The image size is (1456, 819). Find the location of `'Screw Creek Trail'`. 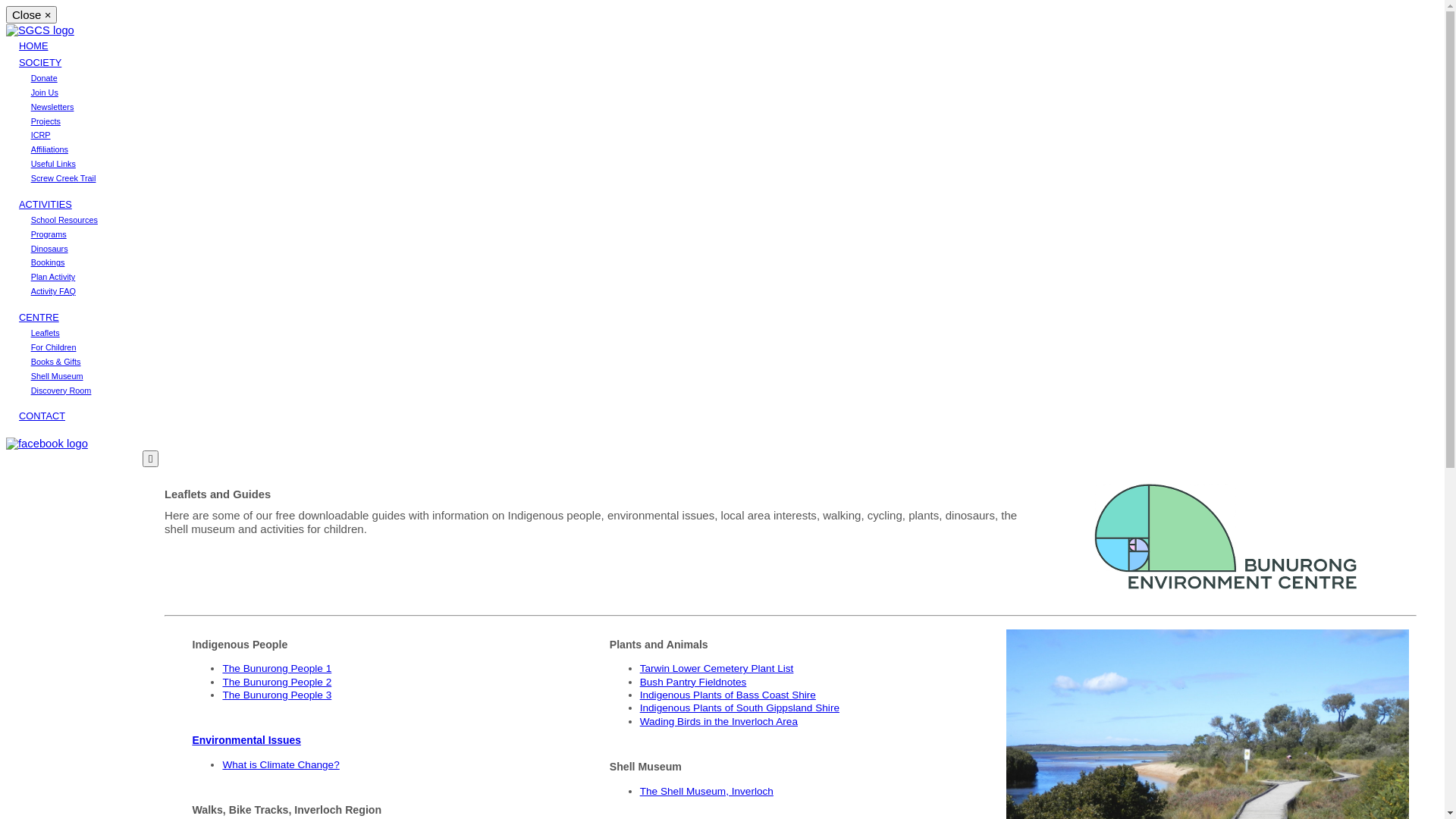

'Screw Creek Trail' is located at coordinates (62, 177).